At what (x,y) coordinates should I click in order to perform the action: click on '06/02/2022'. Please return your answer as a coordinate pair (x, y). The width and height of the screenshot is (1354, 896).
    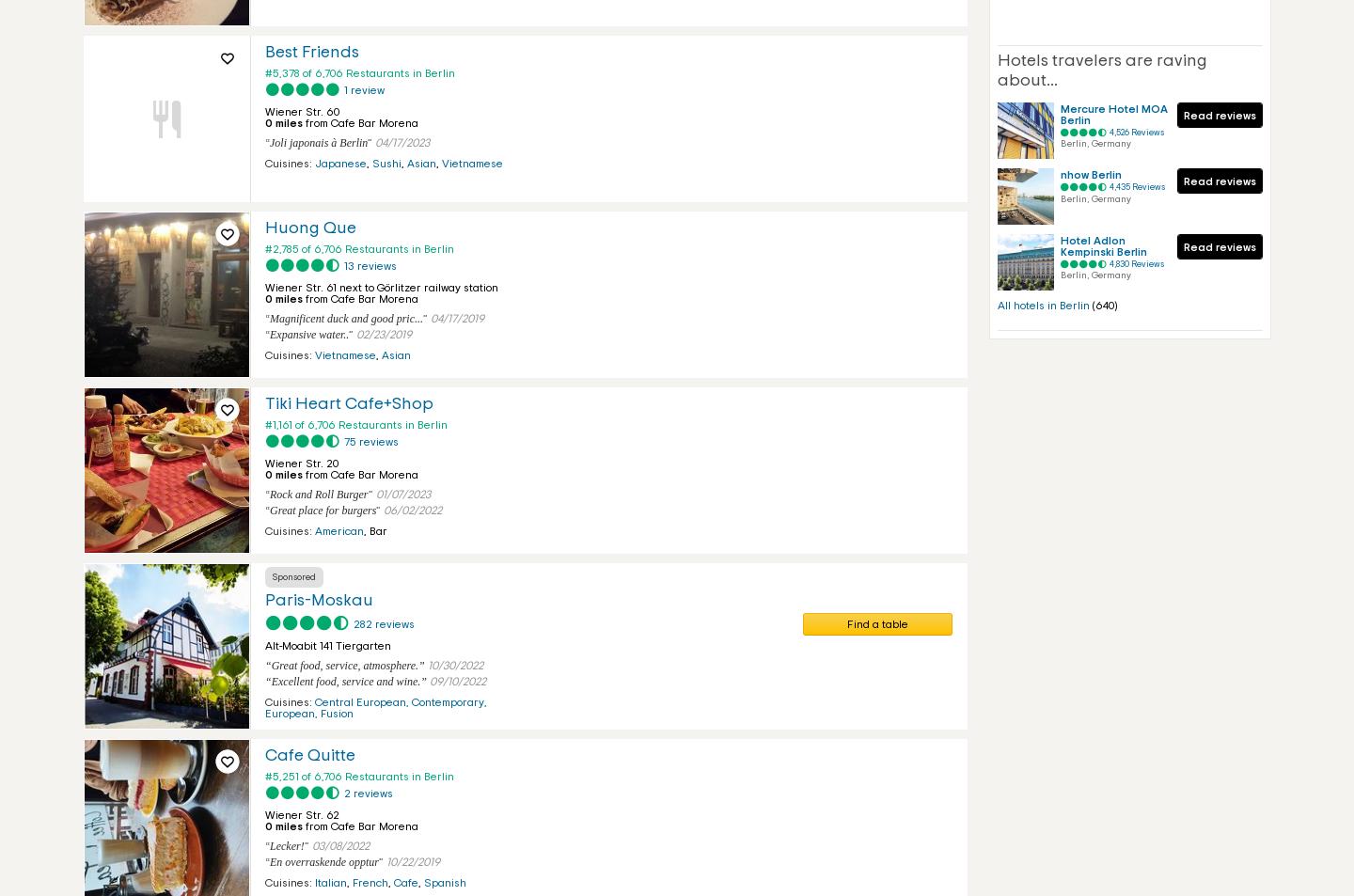
    Looking at the image, I should click on (382, 511).